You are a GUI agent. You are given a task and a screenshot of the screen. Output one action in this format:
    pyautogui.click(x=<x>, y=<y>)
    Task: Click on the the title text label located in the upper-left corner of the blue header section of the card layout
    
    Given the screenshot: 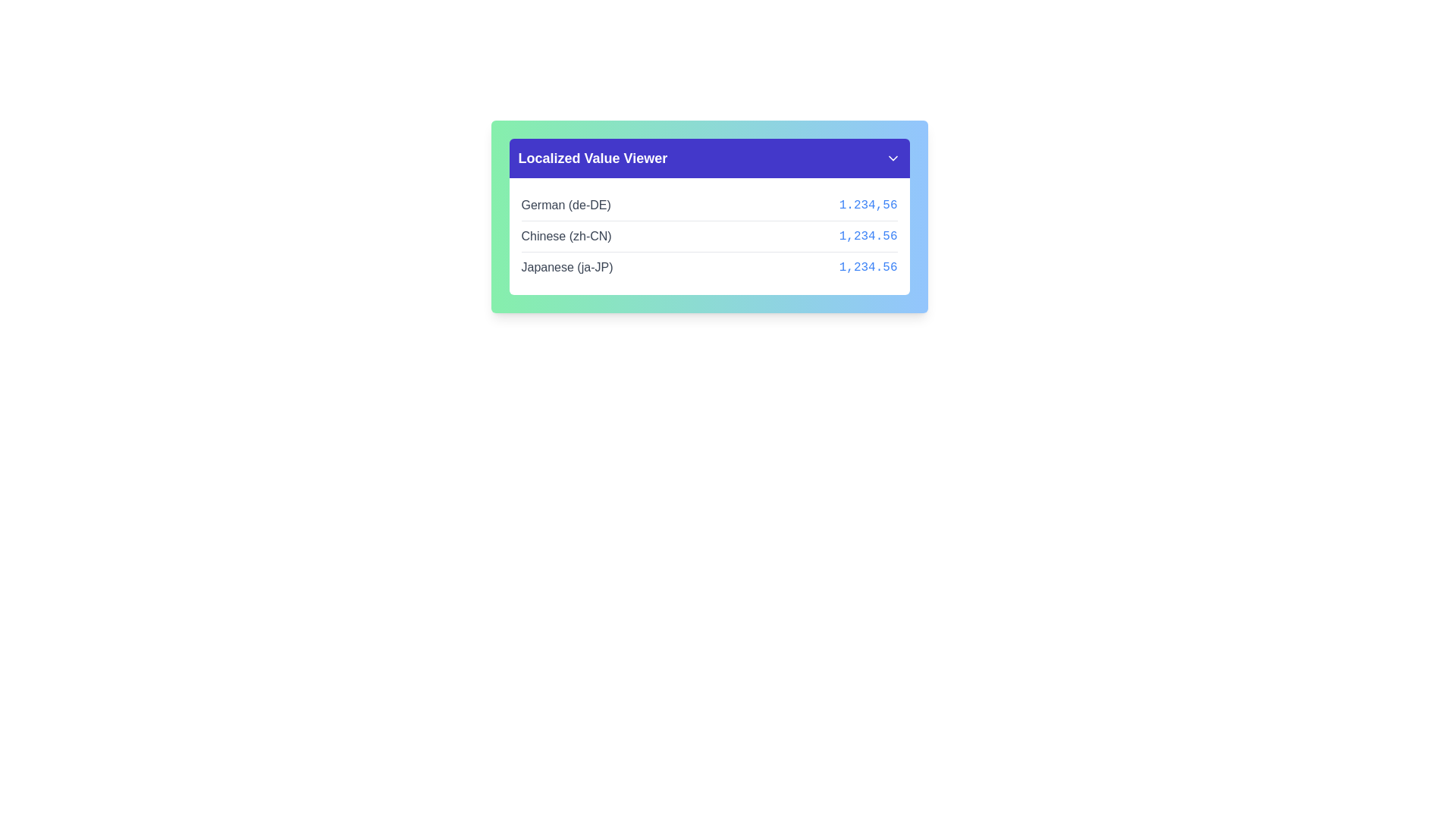 What is the action you would take?
    pyautogui.click(x=591, y=158)
    